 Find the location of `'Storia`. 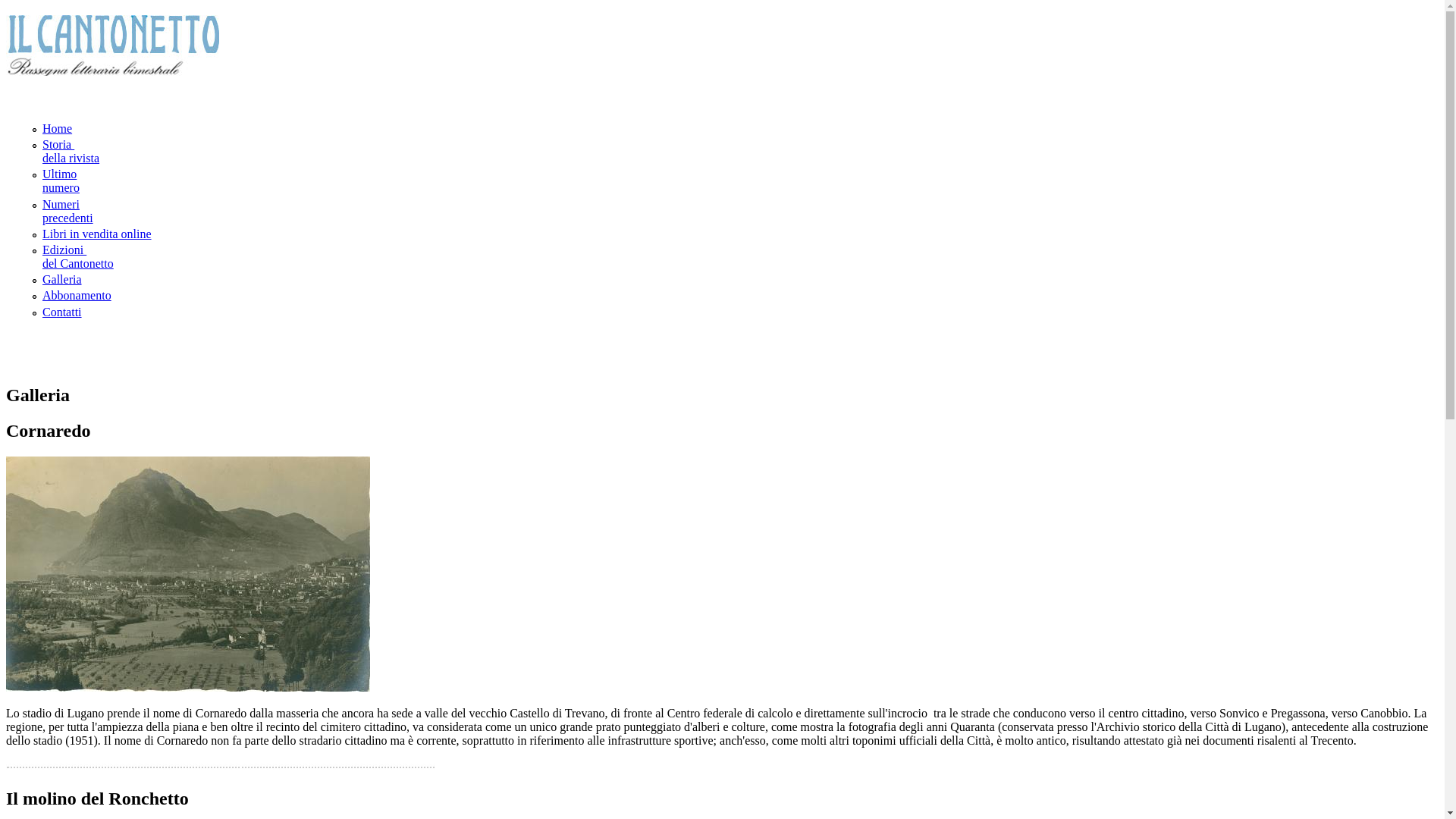

'Storia is located at coordinates (70, 151).